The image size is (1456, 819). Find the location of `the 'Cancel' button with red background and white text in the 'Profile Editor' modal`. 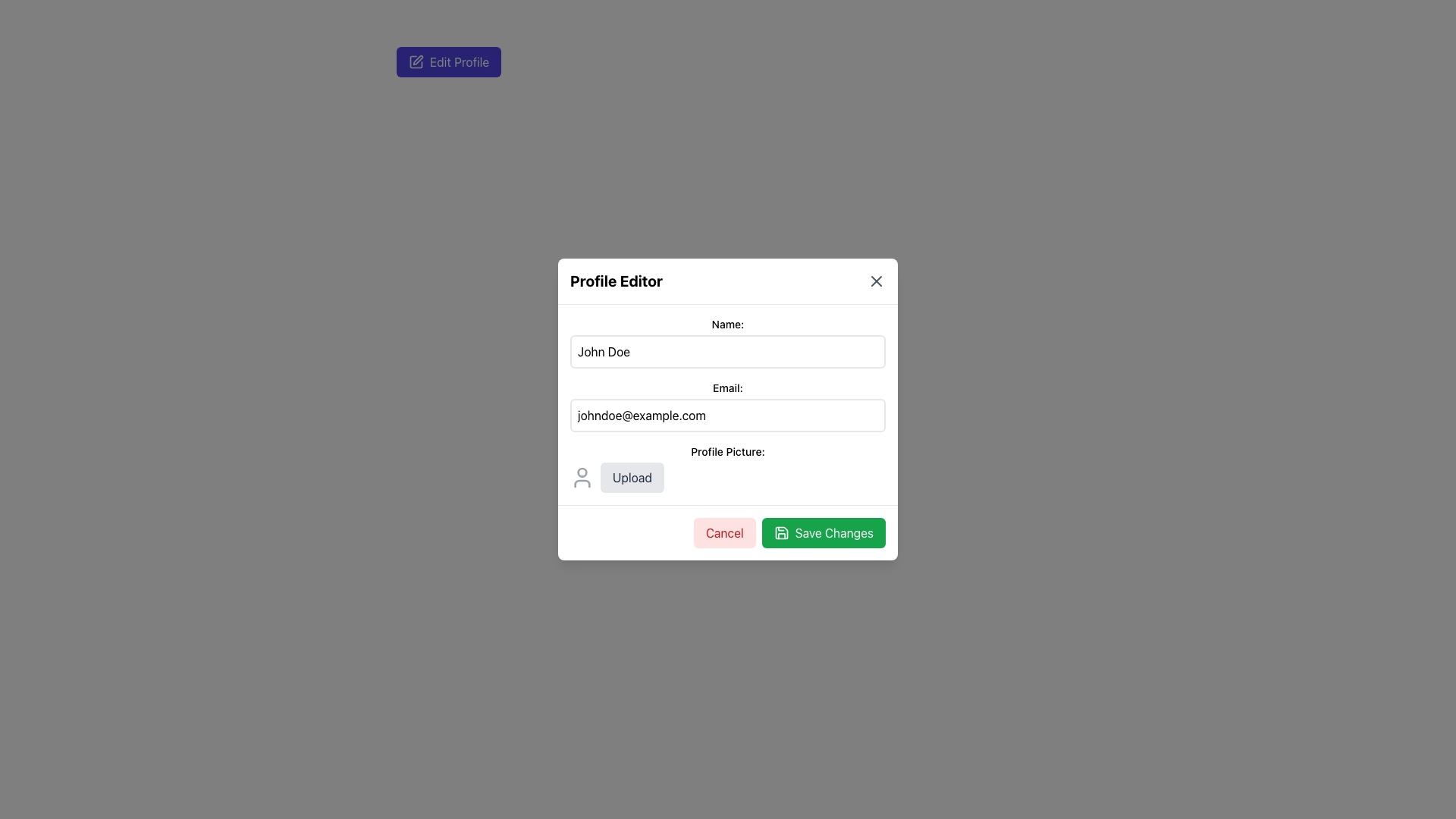

the 'Cancel' button with red background and white text in the 'Profile Editor' modal is located at coordinates (723, 532).